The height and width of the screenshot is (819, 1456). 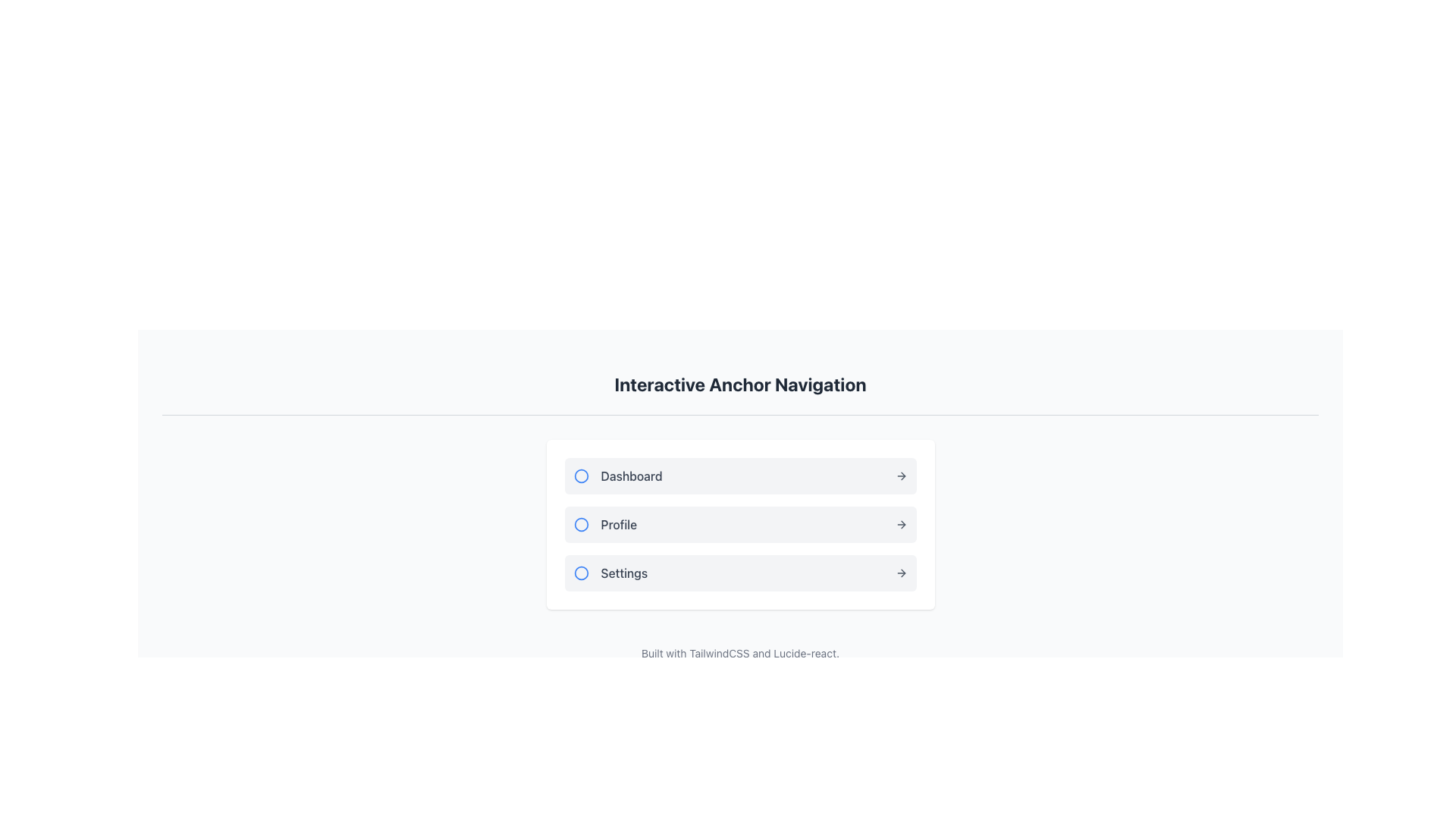 I want to click on the right arrow icon, styled with gray color, located at the rightmost end of the 'Dashboard' item in the vertical navigation list, so click(x=901, y=475).